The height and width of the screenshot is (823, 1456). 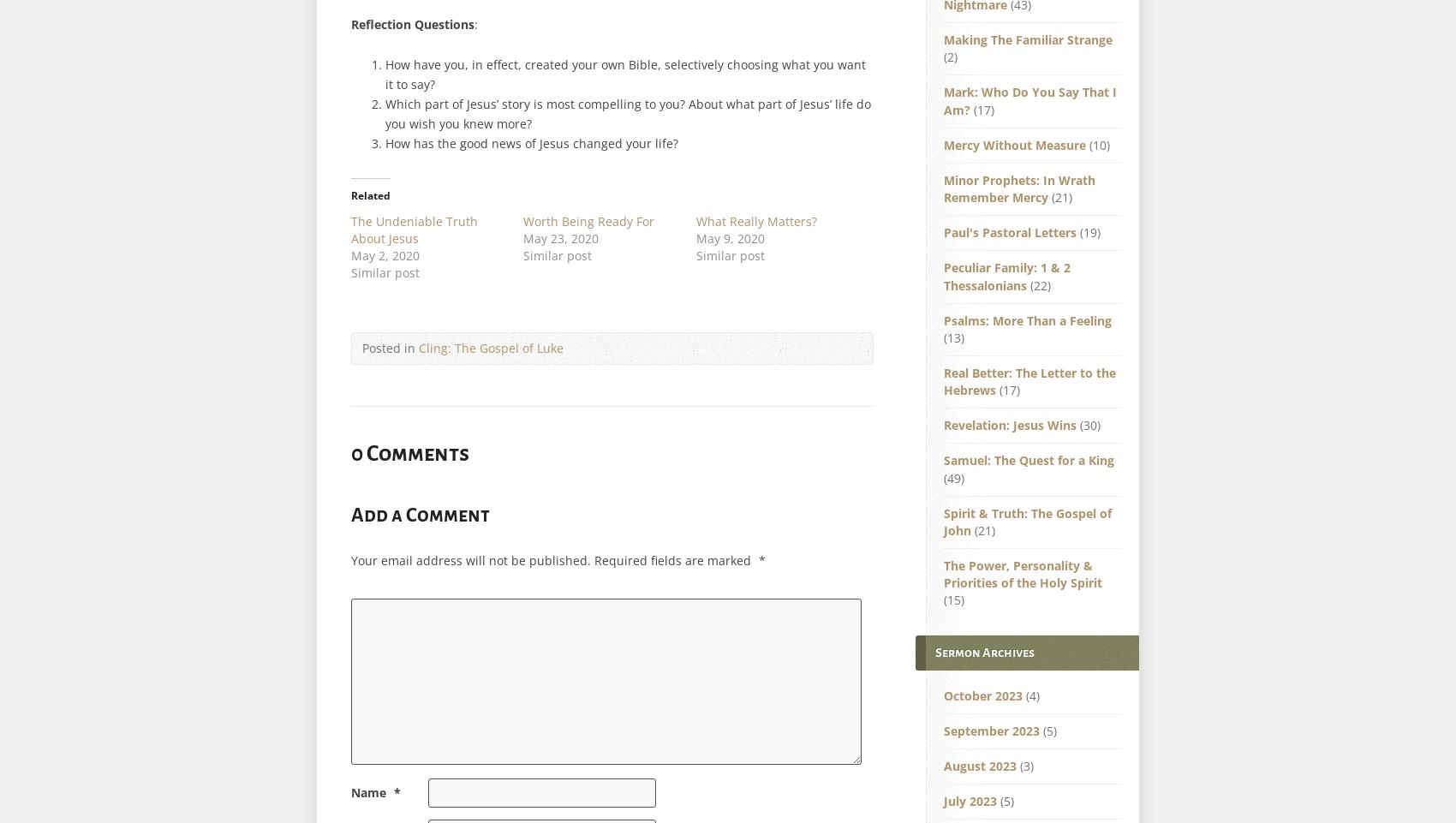 What do you see at coordinates (370, 194) in the screenshot?
I see `'Related'` at bounding box center [370, 194].